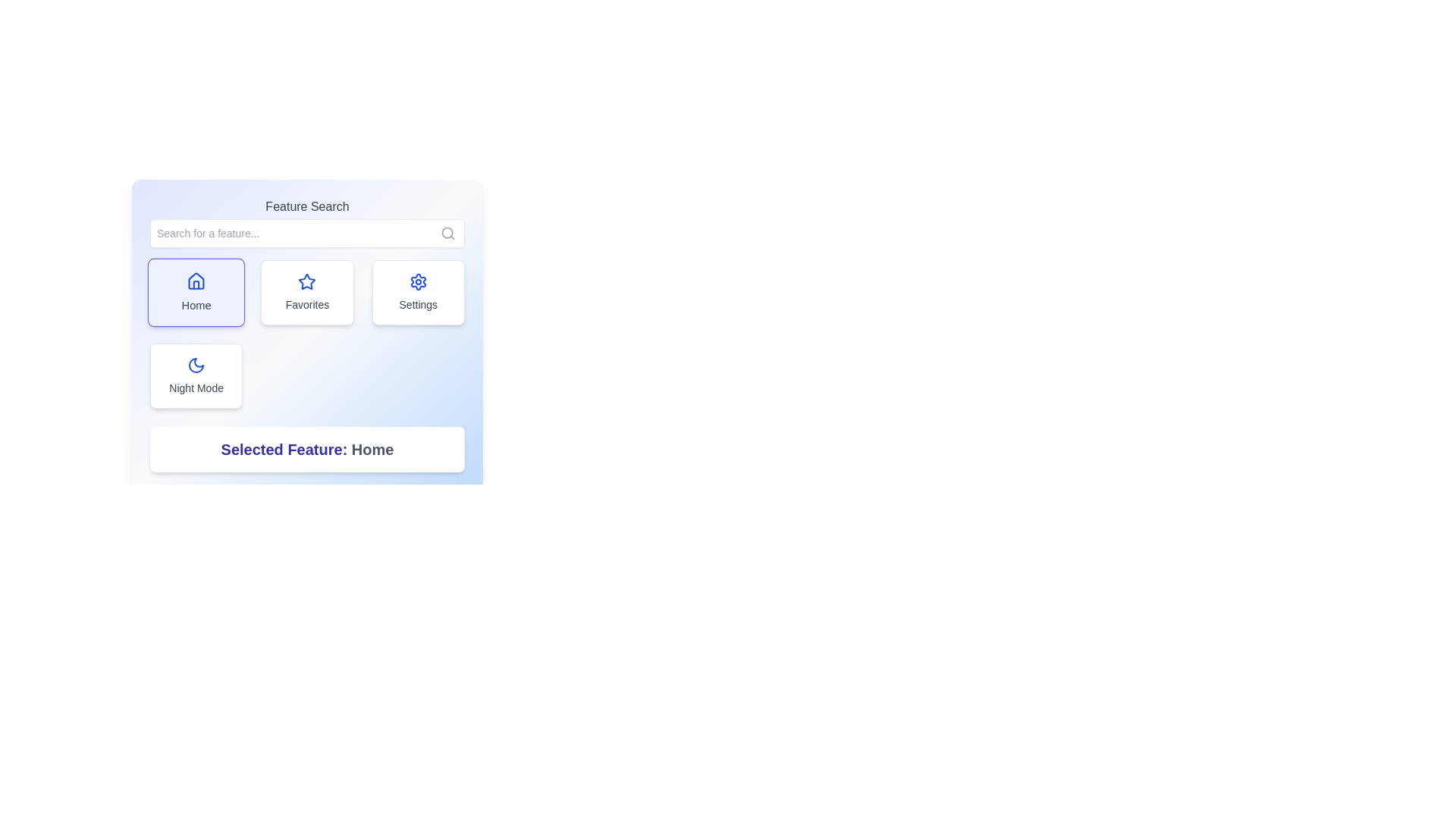 This screenshot has height=819, width=1456. I want to click on the door shape of the 'Home' icon, which is styled in blue and located within the 'Home' button framed with a blue border in the feature selection area, so click(196, 285).